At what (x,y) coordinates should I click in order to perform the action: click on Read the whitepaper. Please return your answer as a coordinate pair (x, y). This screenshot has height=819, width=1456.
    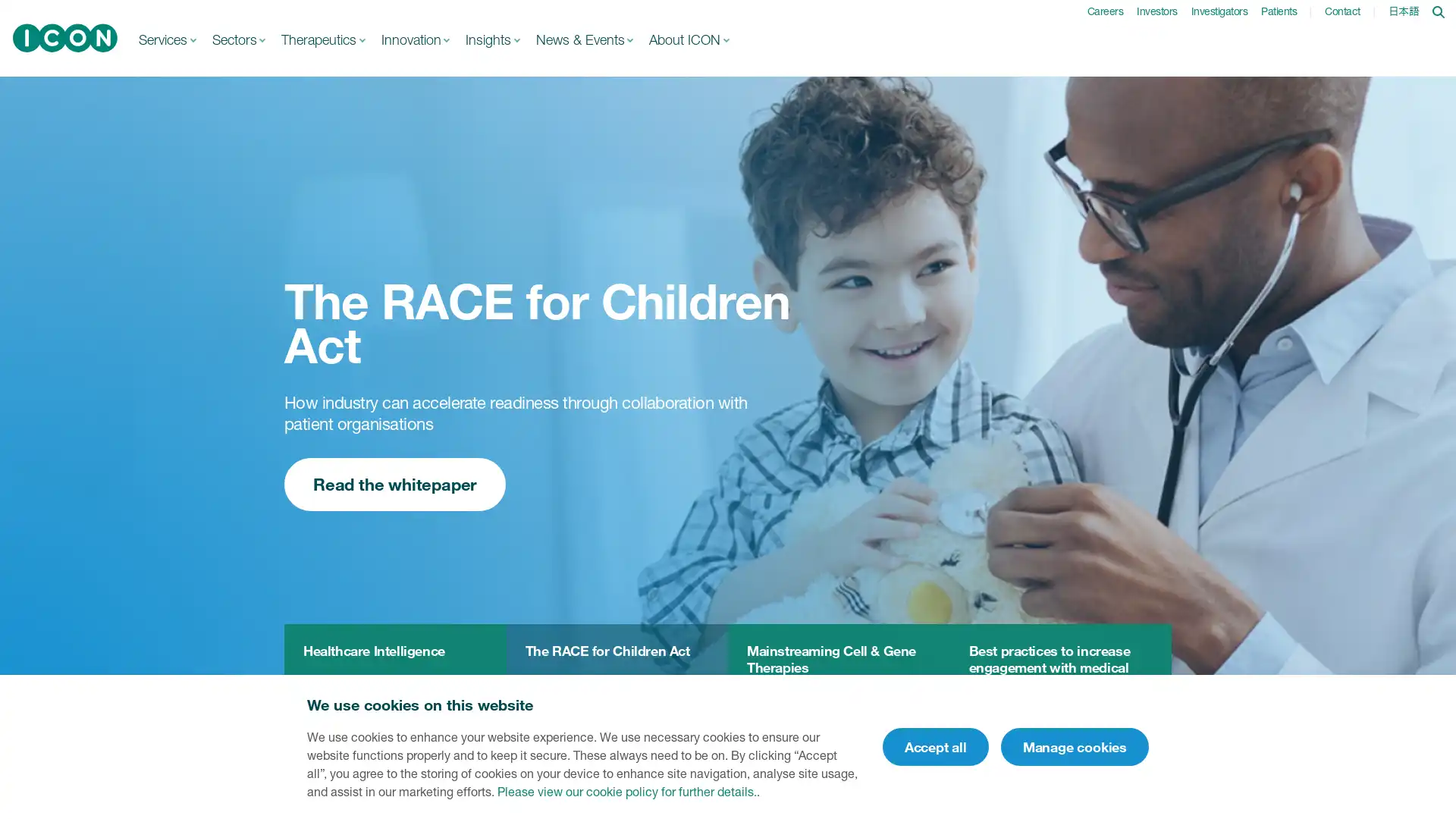
    Looking at the image, I should click on (395, 538).